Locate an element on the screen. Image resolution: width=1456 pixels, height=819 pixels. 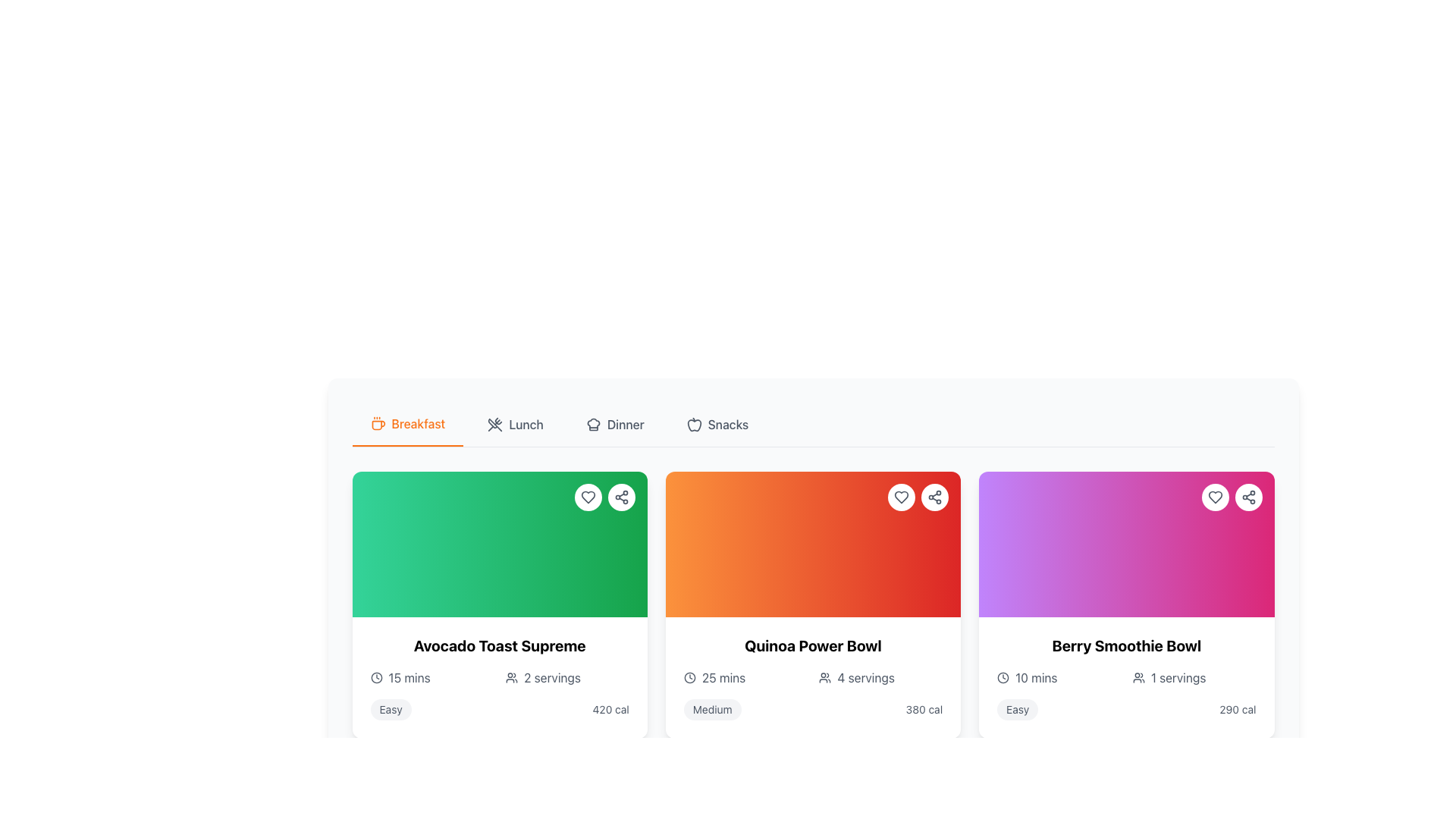
the 'Snacks' clickable text in the navigation menu is located at coordinates (717, 424).